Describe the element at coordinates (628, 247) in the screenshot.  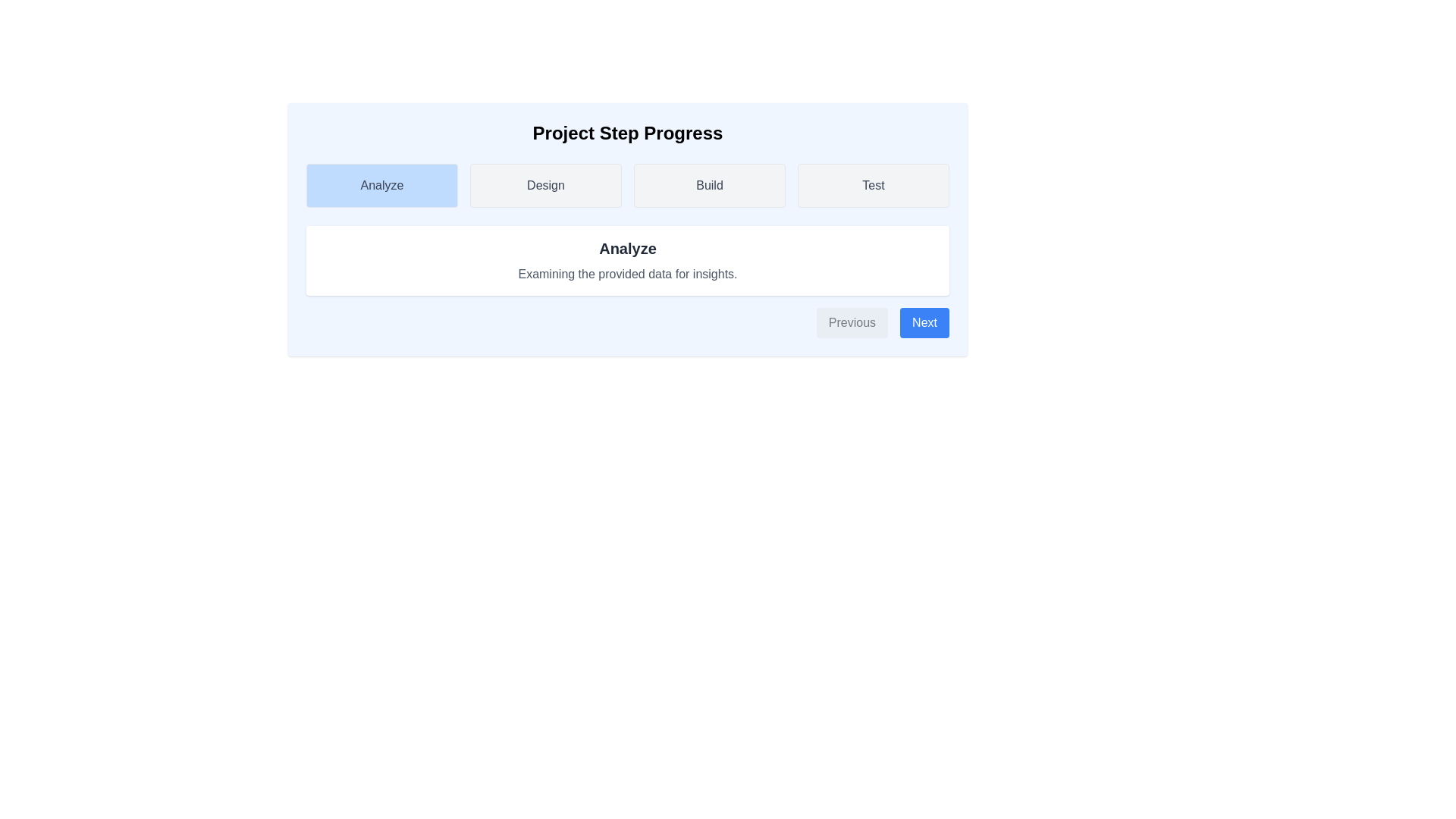
I see `the title text element that indicates the current section or step, located centrally under the navigation bar labeled 'Project Step Progress'` at that location.